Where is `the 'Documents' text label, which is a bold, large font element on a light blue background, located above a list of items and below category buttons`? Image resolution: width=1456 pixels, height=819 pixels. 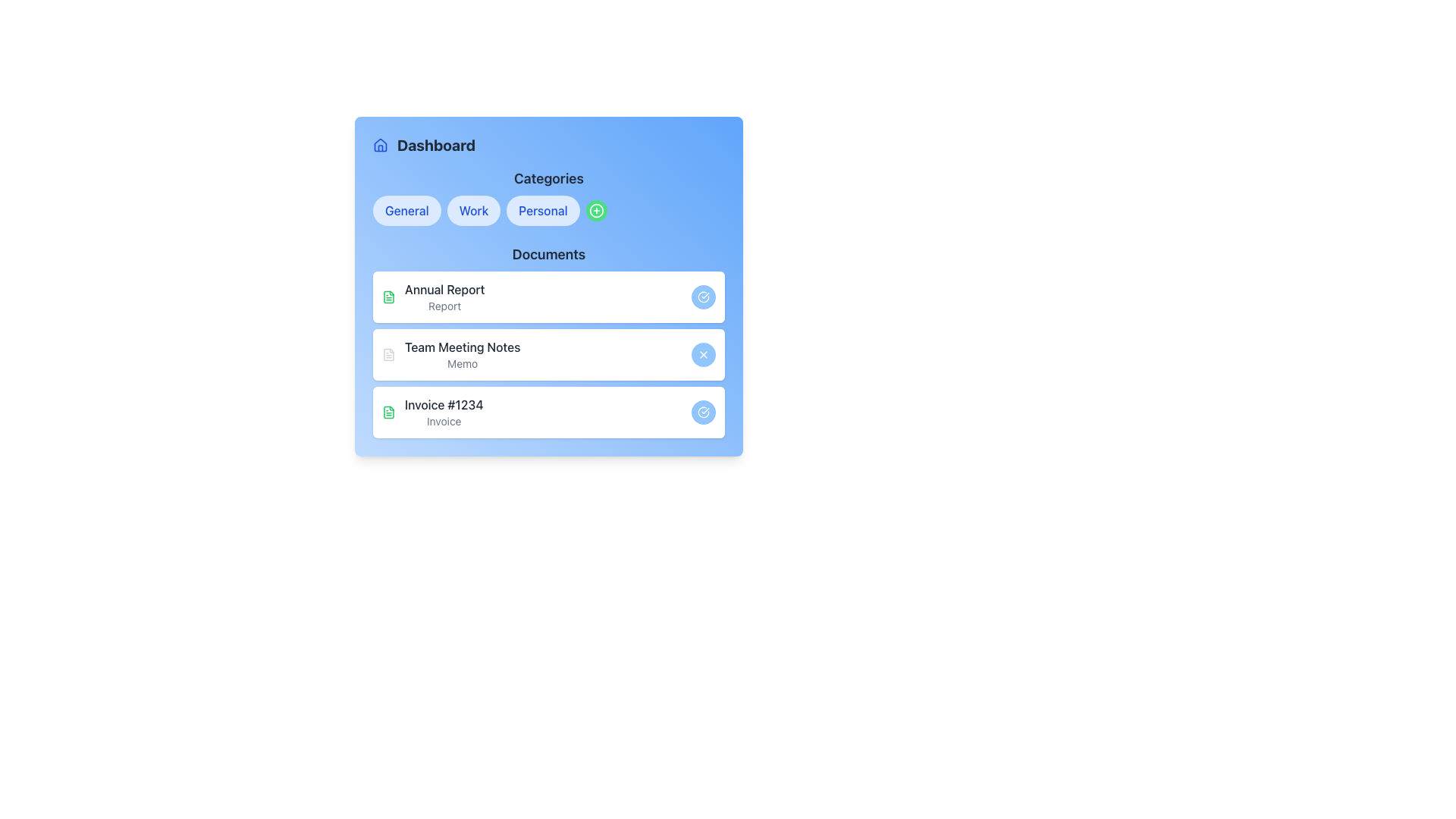 the 'Documents' text label, which is a bold, large font element on a light blue background, located above a list of items and below category buttons is located at coordinates (548, 253).